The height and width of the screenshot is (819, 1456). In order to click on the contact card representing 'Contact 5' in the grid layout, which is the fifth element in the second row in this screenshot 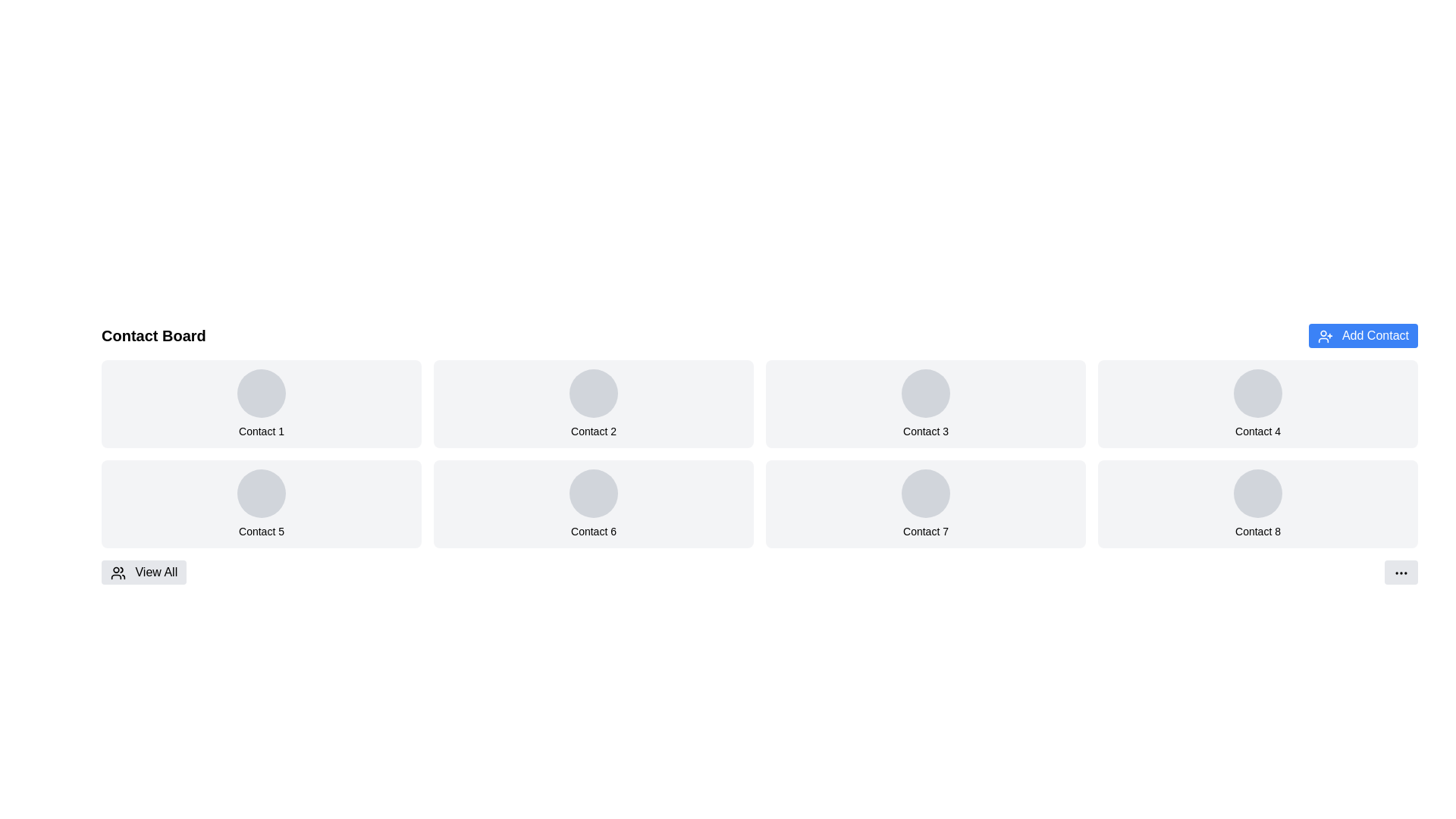, I will do `click(262, 504)`.